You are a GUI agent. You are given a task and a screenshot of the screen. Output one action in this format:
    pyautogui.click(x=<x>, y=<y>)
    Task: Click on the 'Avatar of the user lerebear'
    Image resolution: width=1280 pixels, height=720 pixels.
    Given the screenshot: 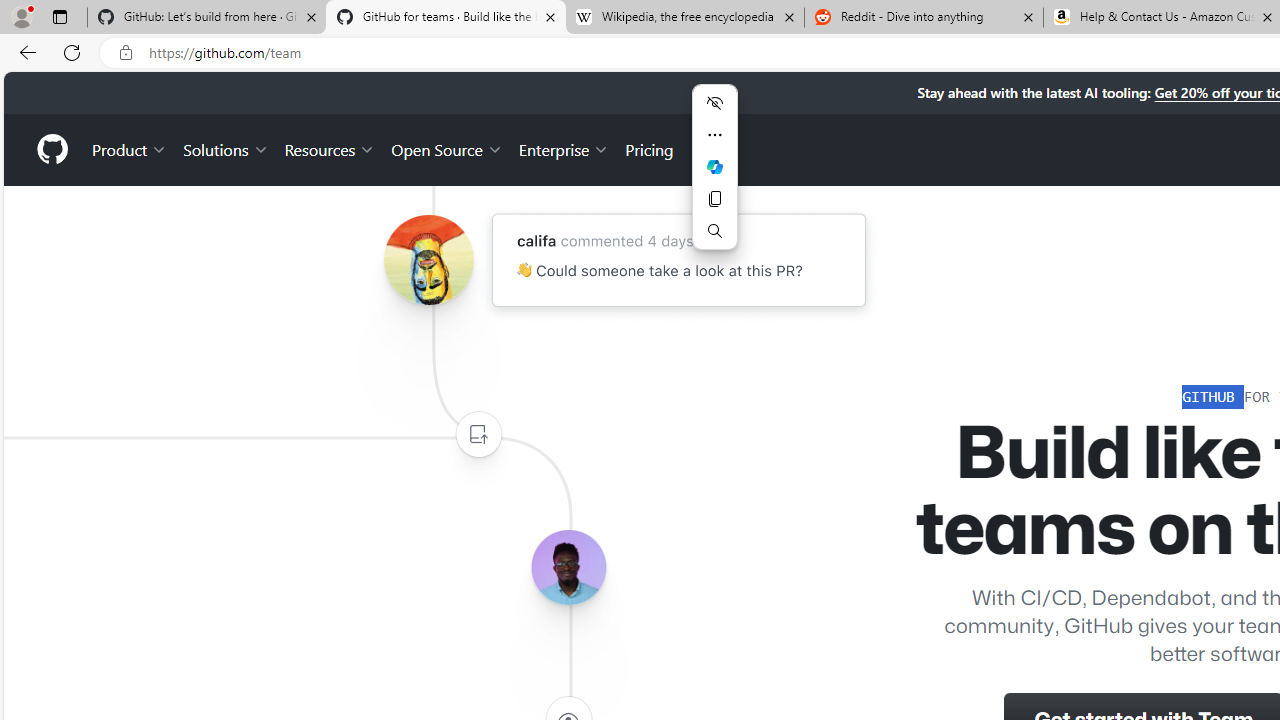 What is the action you would take?
    pyautogui.click(x=567, y=568)
    